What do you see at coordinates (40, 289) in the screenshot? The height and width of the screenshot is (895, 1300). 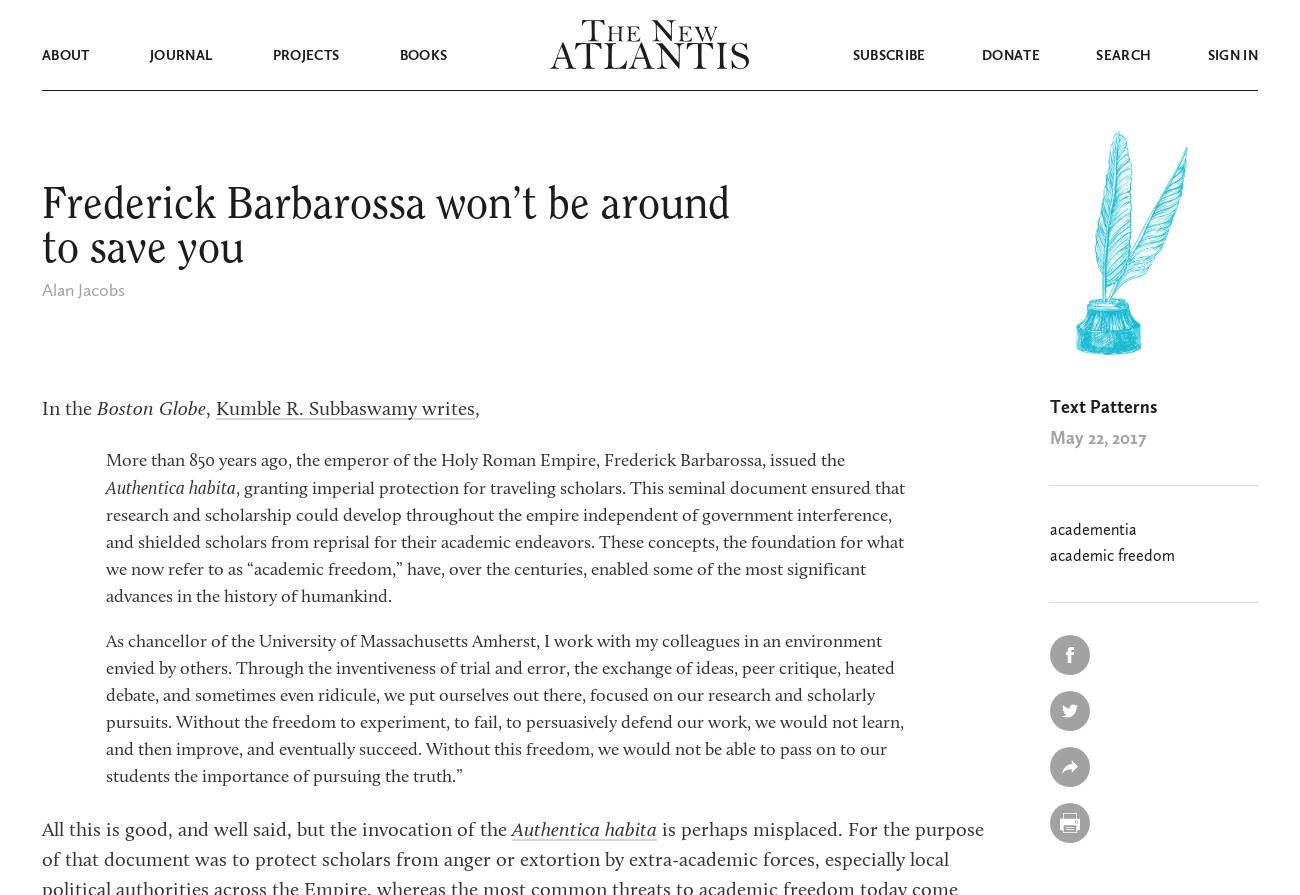 I see `'Alan Jacobs'` at bounding box center [40, 289].